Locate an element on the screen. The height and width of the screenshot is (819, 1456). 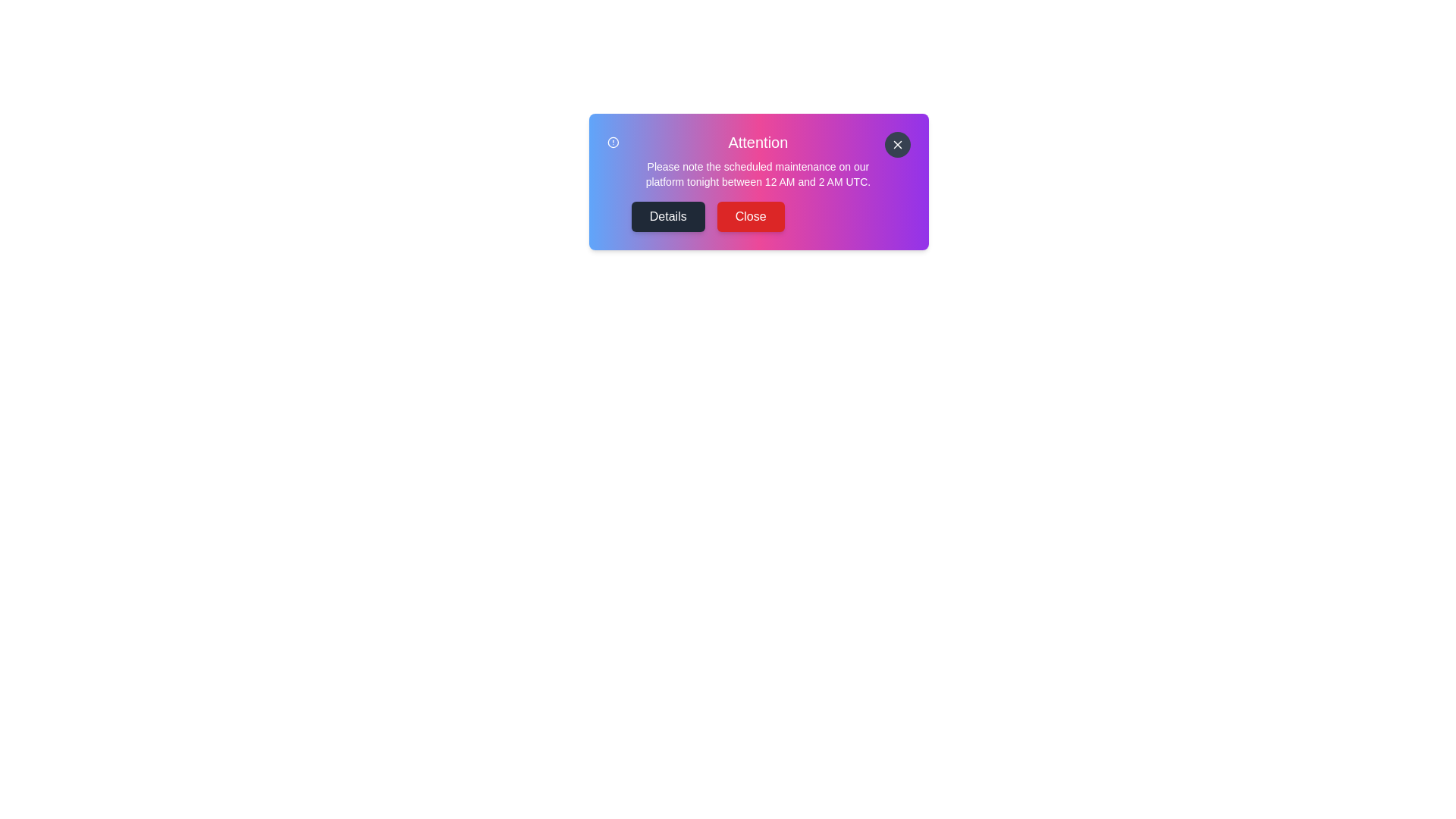
the 'Attention' text in the alert component is located at coordinates (758, 143).